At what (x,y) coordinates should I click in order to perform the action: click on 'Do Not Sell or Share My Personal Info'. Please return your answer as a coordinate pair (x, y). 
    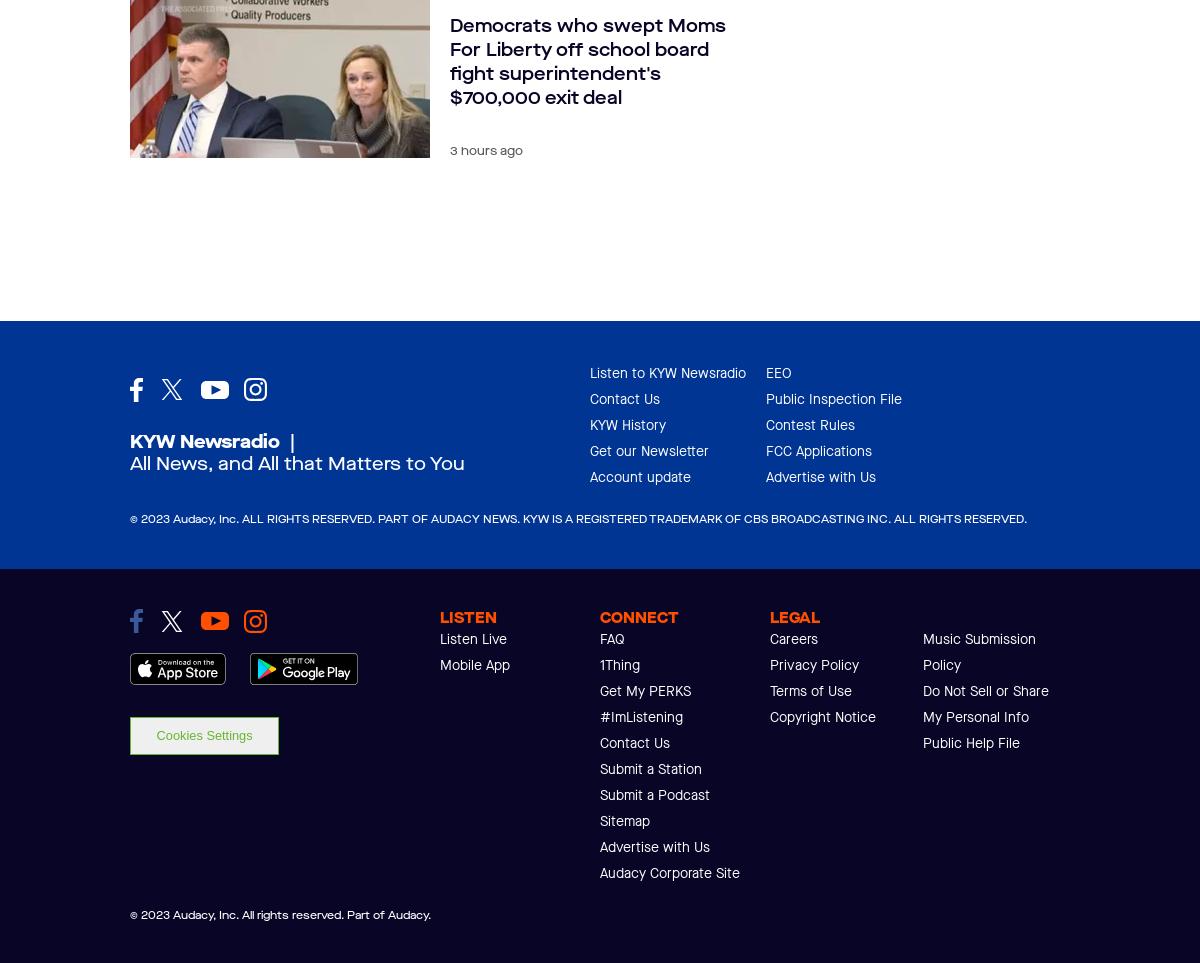
    Looking at the image, I should click on (986, 703).